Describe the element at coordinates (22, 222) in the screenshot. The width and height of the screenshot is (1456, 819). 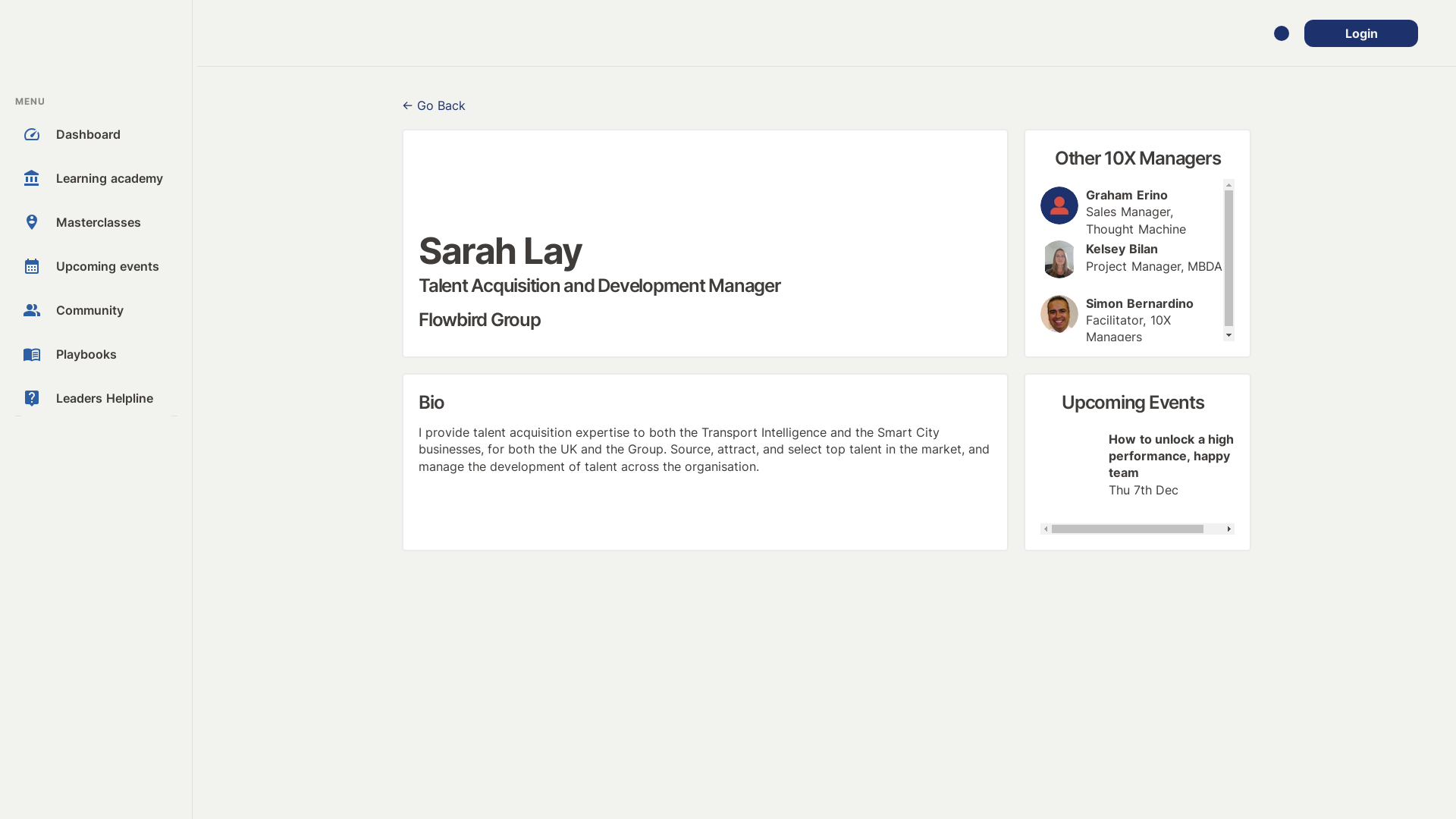
I see `'person_pin_circle'` at that location.